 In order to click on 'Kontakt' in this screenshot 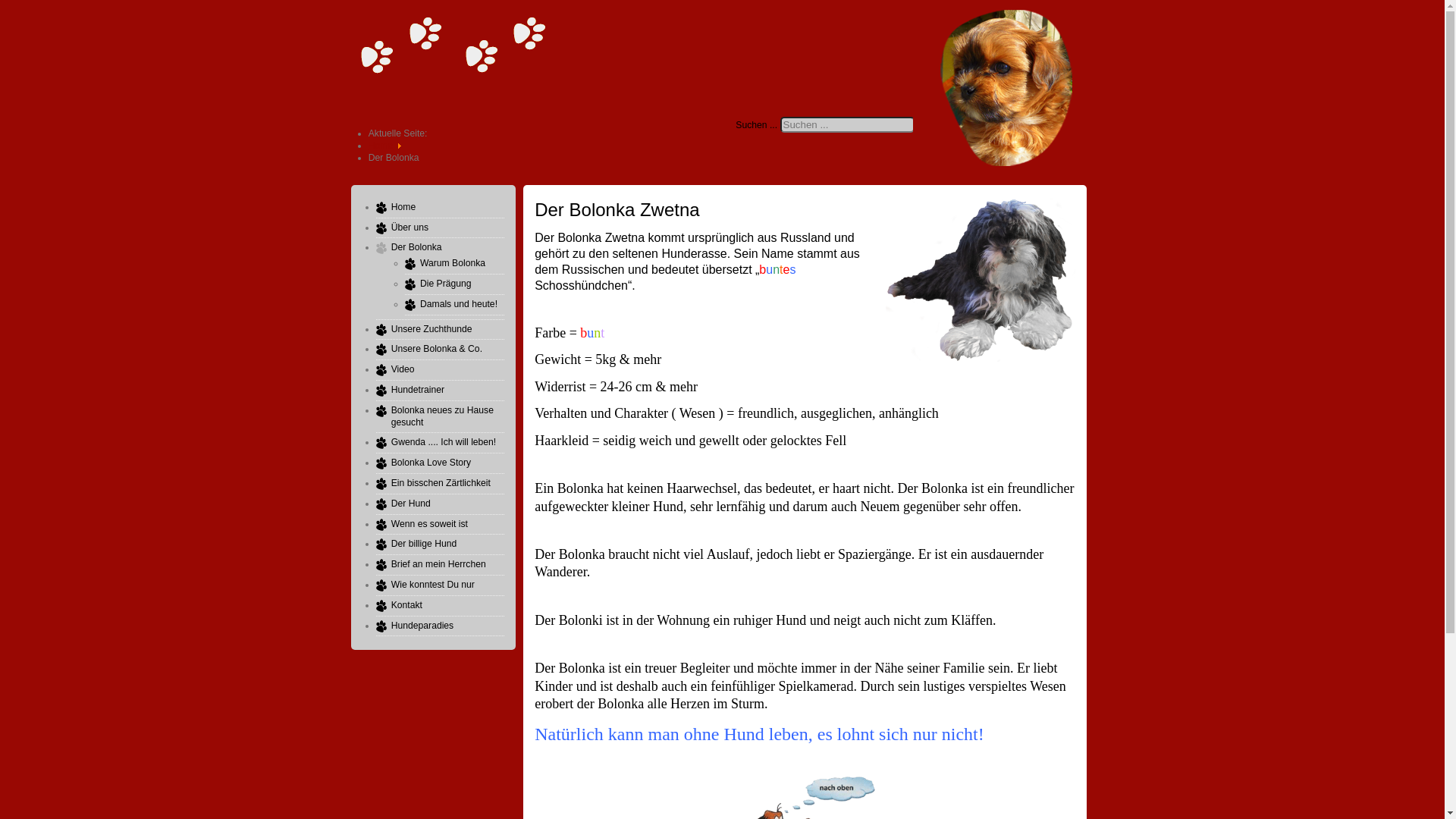, I will do `click(406, 604)`.